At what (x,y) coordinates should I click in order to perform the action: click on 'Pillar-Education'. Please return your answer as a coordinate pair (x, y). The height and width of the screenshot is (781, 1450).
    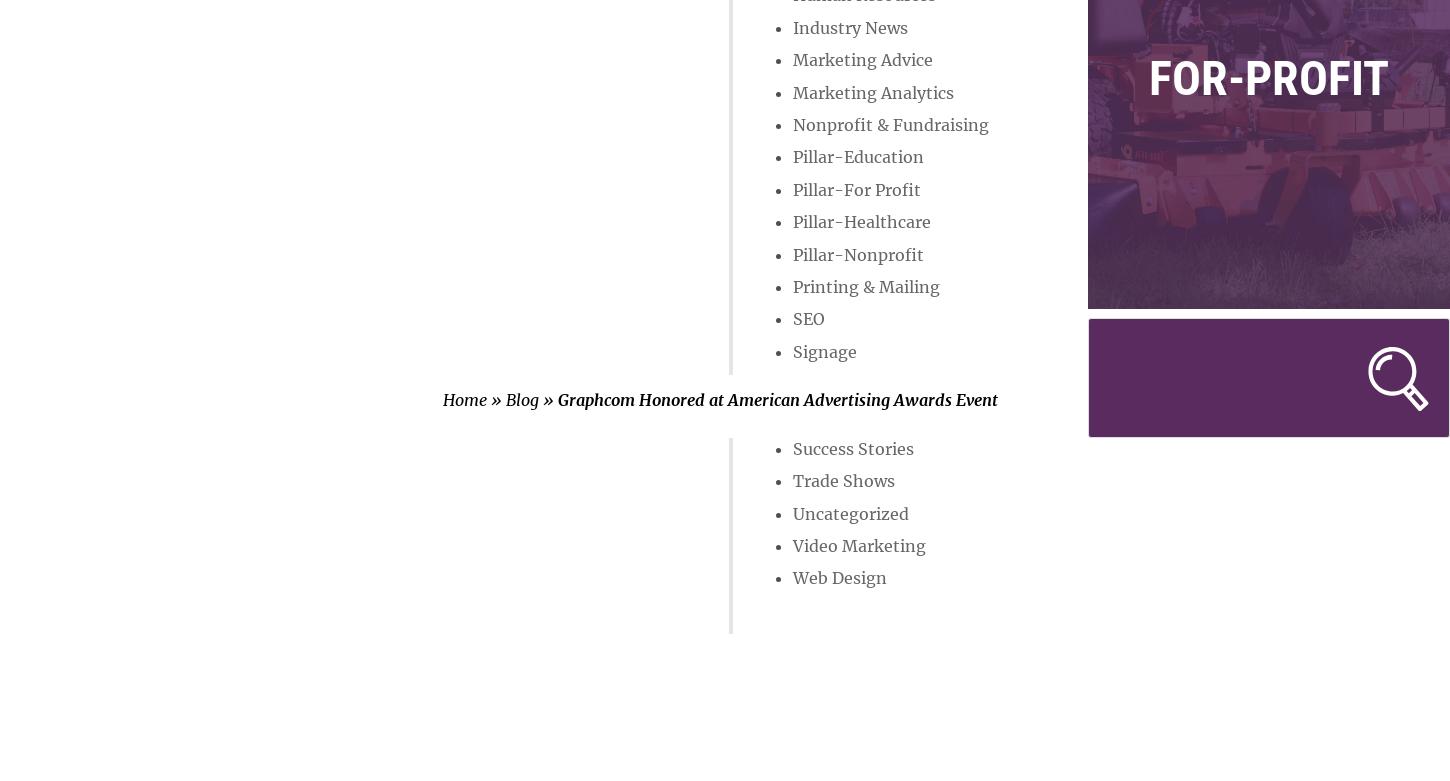
    Looking at the image, I should click on (856, 155).